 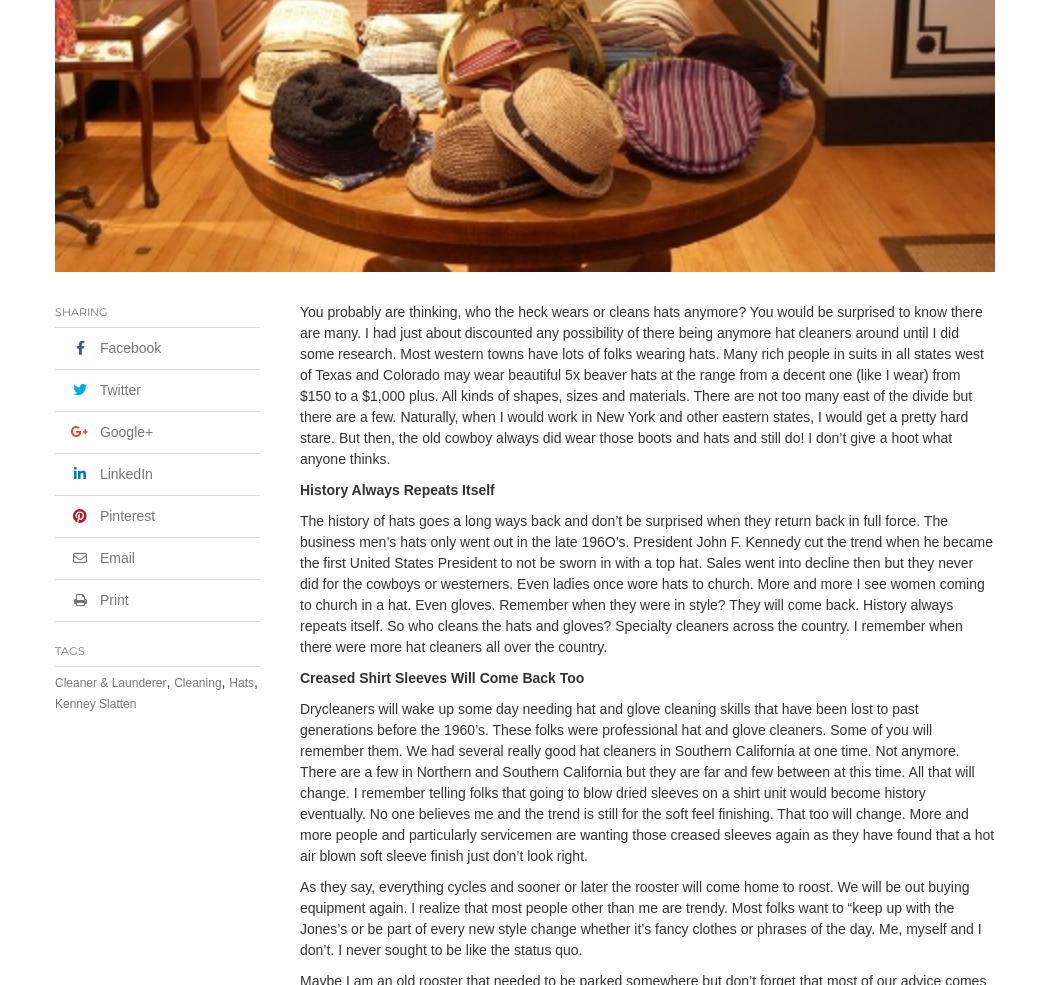 I want to click on 'Drycleaners will wake up some day needing hat and glove cleaning skills that have been lost to past generations before the 1960’s. These folks were professional hat and glove cleaners. Some of you will remember them. We had several really good hat cleaners in Southern California at one time. Not anymore. There are a few in Northern and Southern California but they are far and few between at this time. All that will change. I remember telling folks that going to blow dried sleeves on a shirt unit would become history eventually. No one believes me and the trend is still for the soft feel finishing. That too will change. More and more people and particularly servicemen are wanting those creased sleeves again as they have found that a hot air blown soft sleeve finish just don’t look right.', so click(x=646, y=782).